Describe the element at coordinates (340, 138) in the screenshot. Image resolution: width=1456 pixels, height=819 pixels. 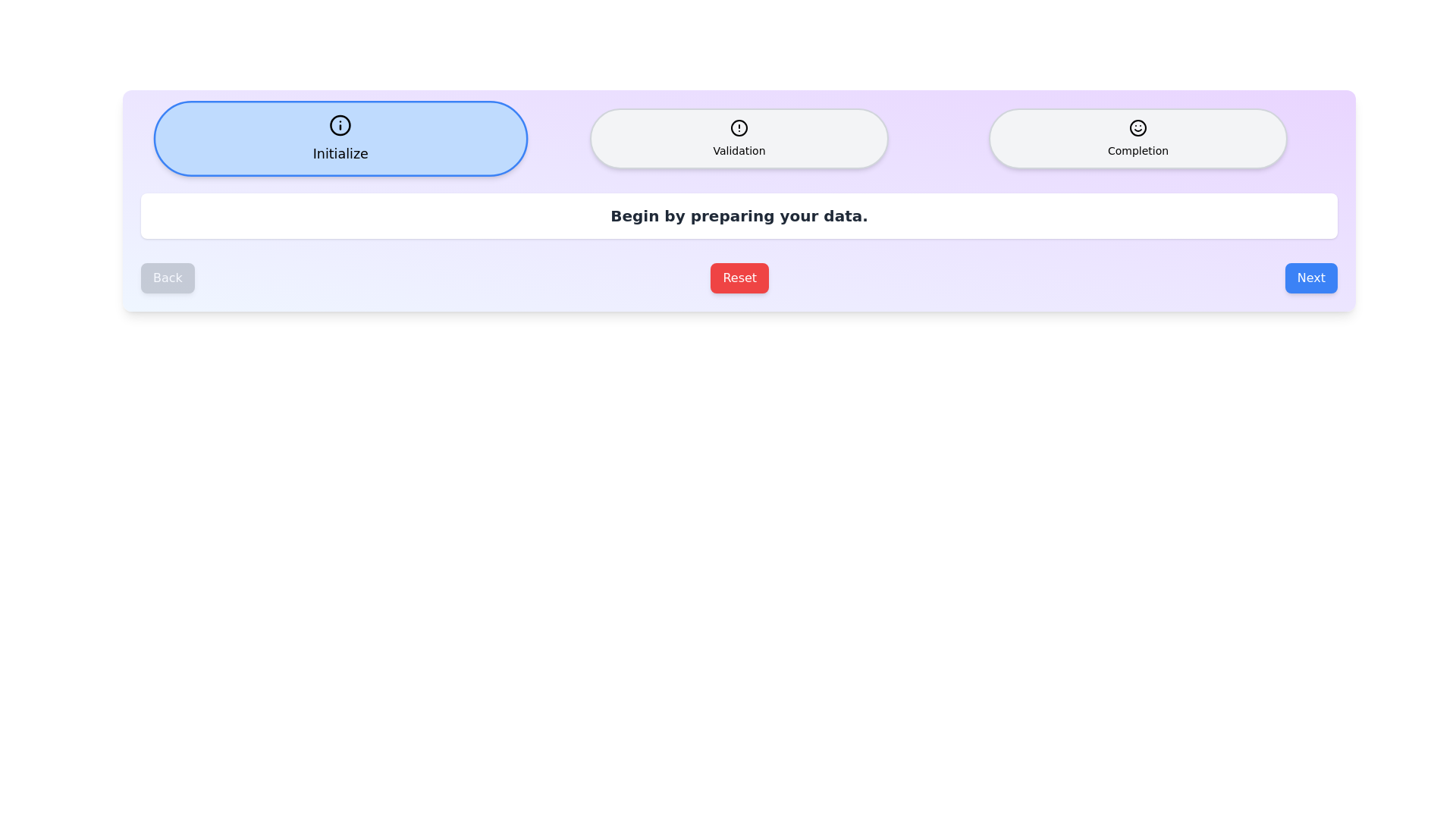
I see `the step icon for Initialize to display its information` at that location.